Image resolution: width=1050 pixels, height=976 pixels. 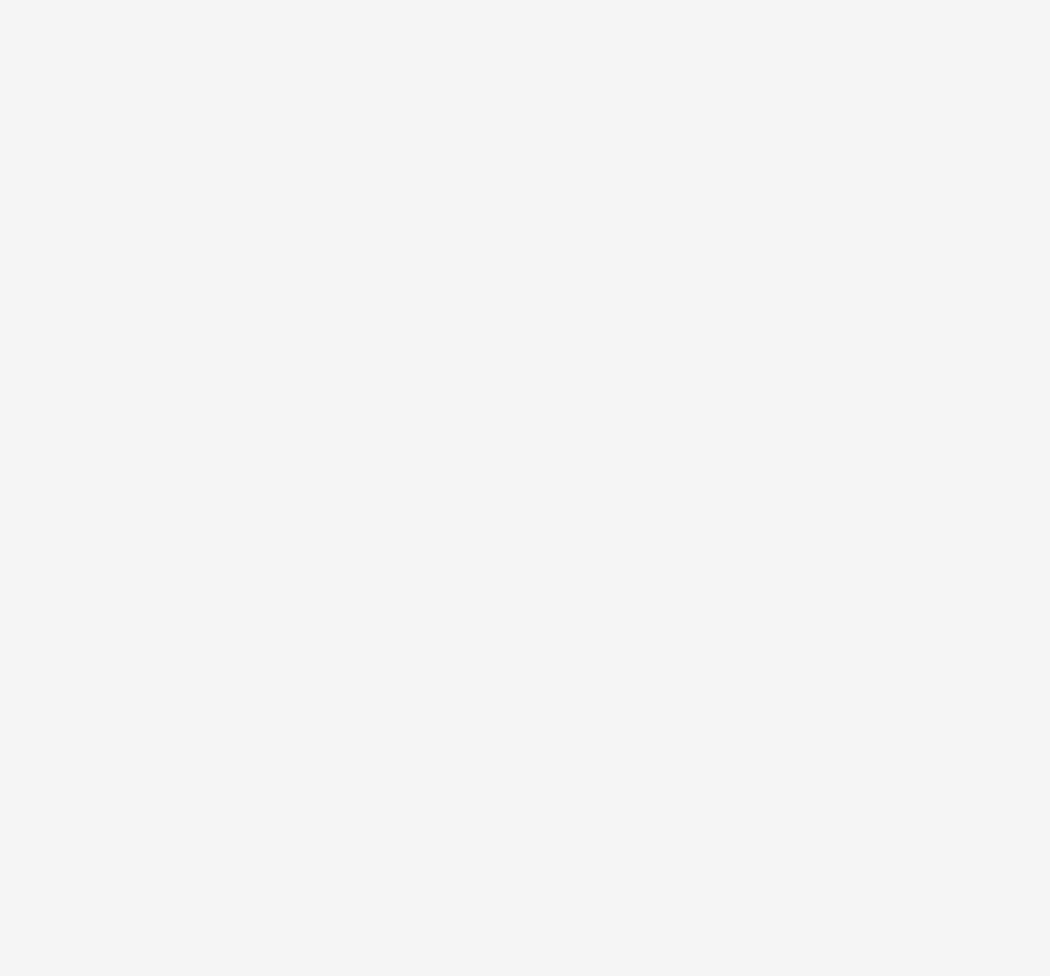 I want to click on 'Chauhar download full movie in hindi', so click(x=320, y=894).